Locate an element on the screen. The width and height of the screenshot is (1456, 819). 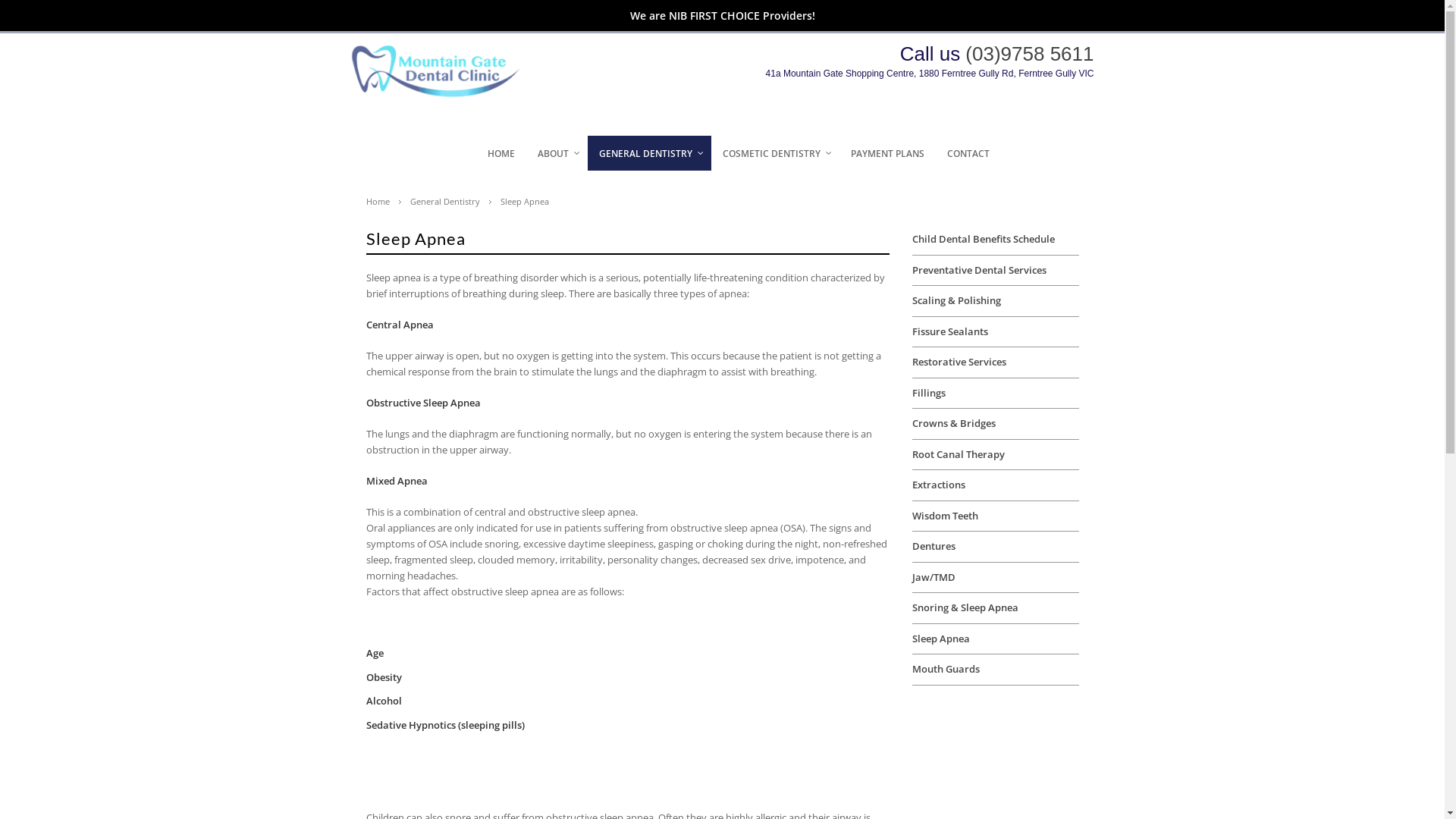
'General Dentistry' is located at coordinates (451, 201).